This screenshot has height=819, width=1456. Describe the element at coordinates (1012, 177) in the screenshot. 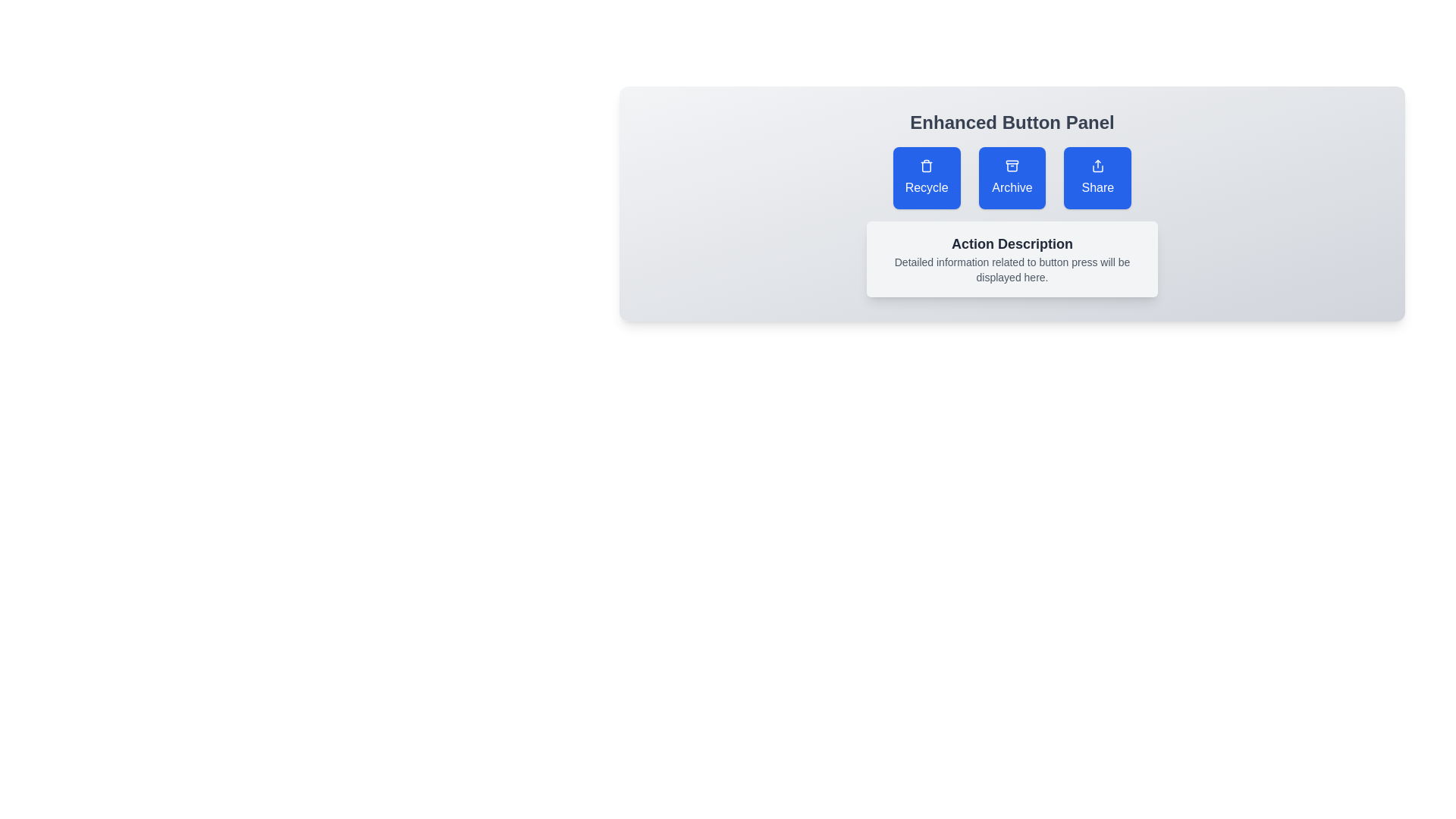

I see `the blue 'Archive' button with rounded corners` at that location.